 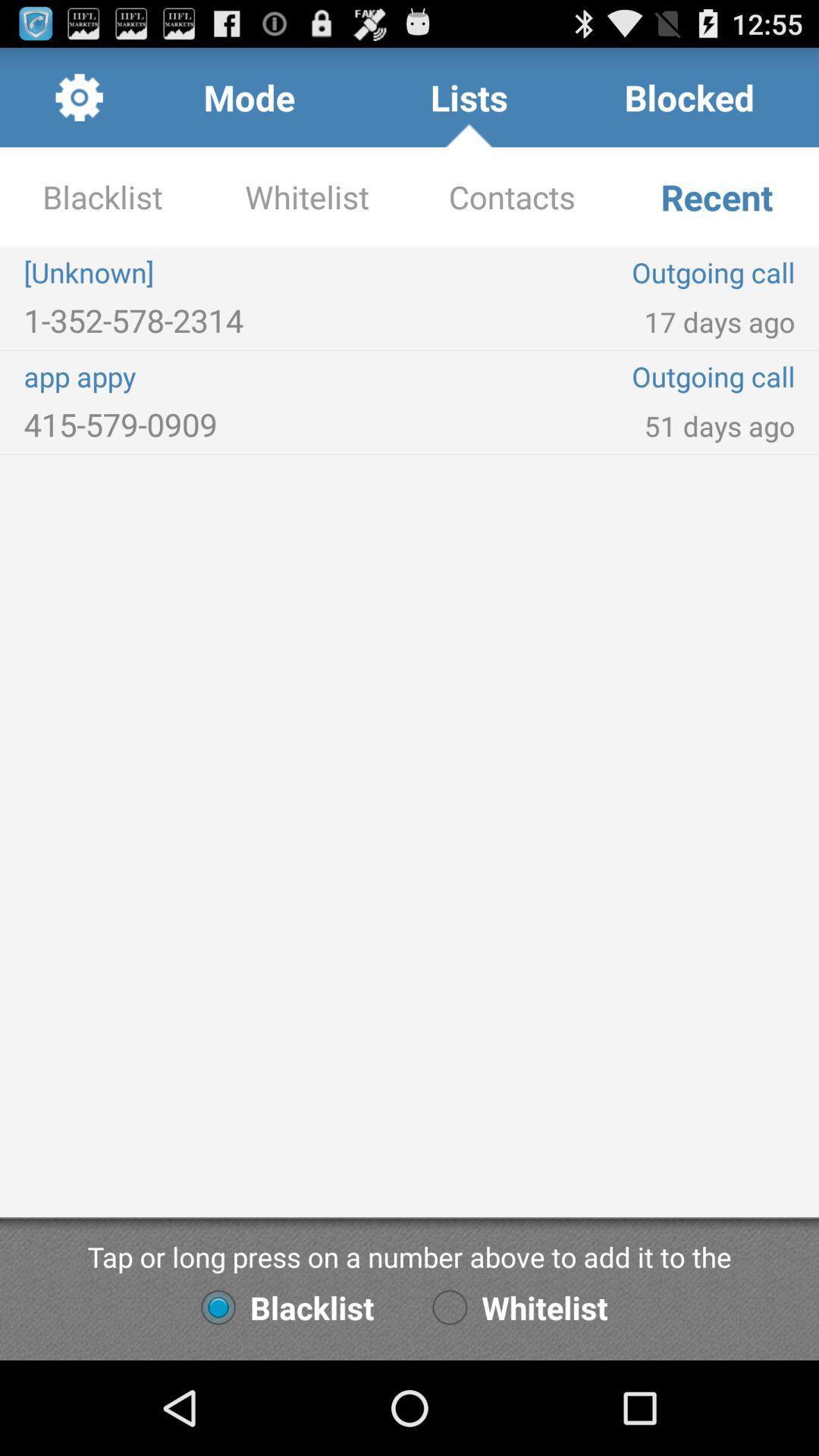 What do you see at coordinates (689, 96) in the screenshot?
I see `the icon to the right of the lists icon` at bounding box center [689, 96].